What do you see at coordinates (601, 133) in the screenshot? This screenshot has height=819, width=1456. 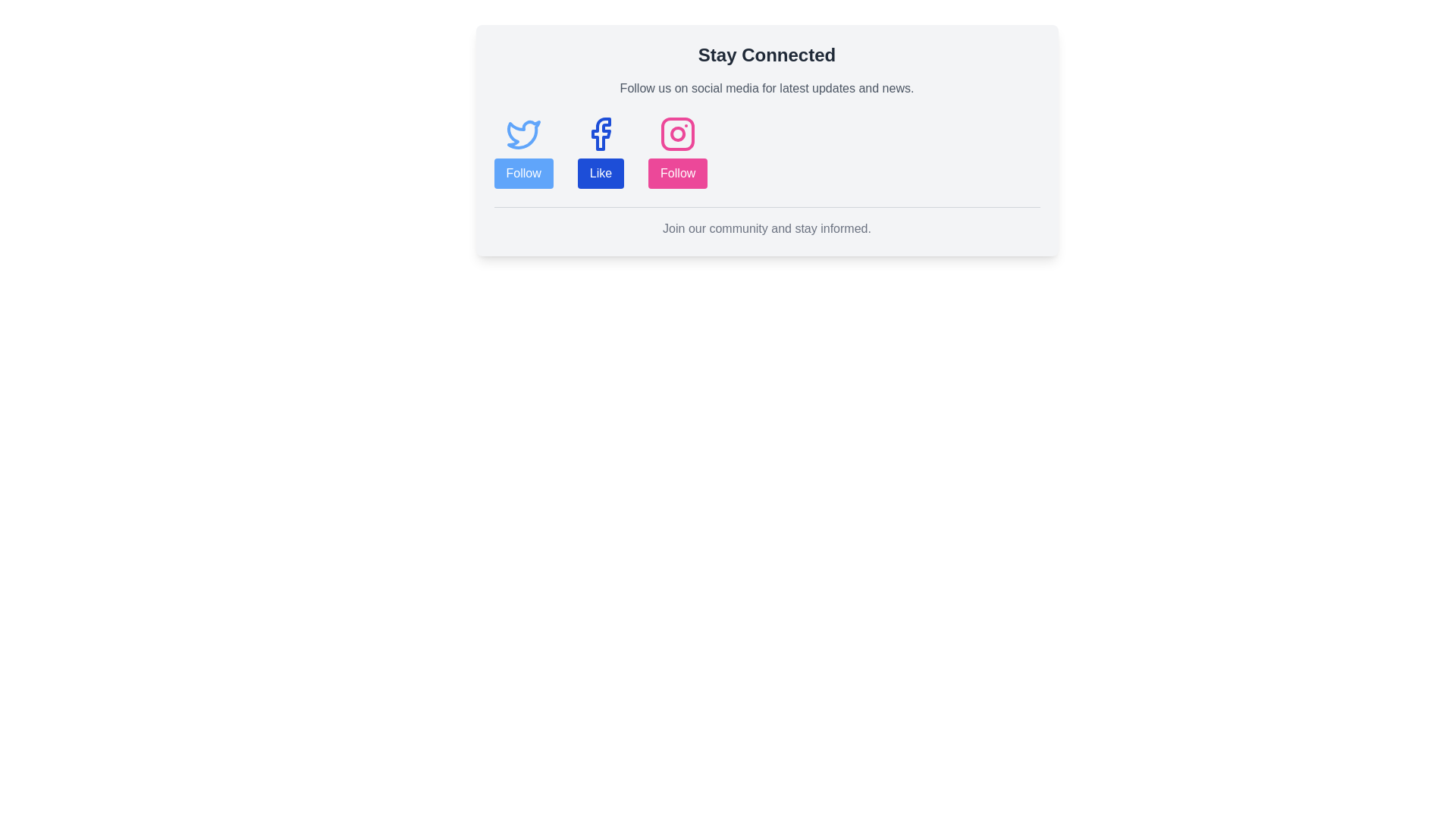 I see `the Facebook 'f' styled logo icon, which is centrally positioned in the row of social media icons` at bounding box center [601, 133].